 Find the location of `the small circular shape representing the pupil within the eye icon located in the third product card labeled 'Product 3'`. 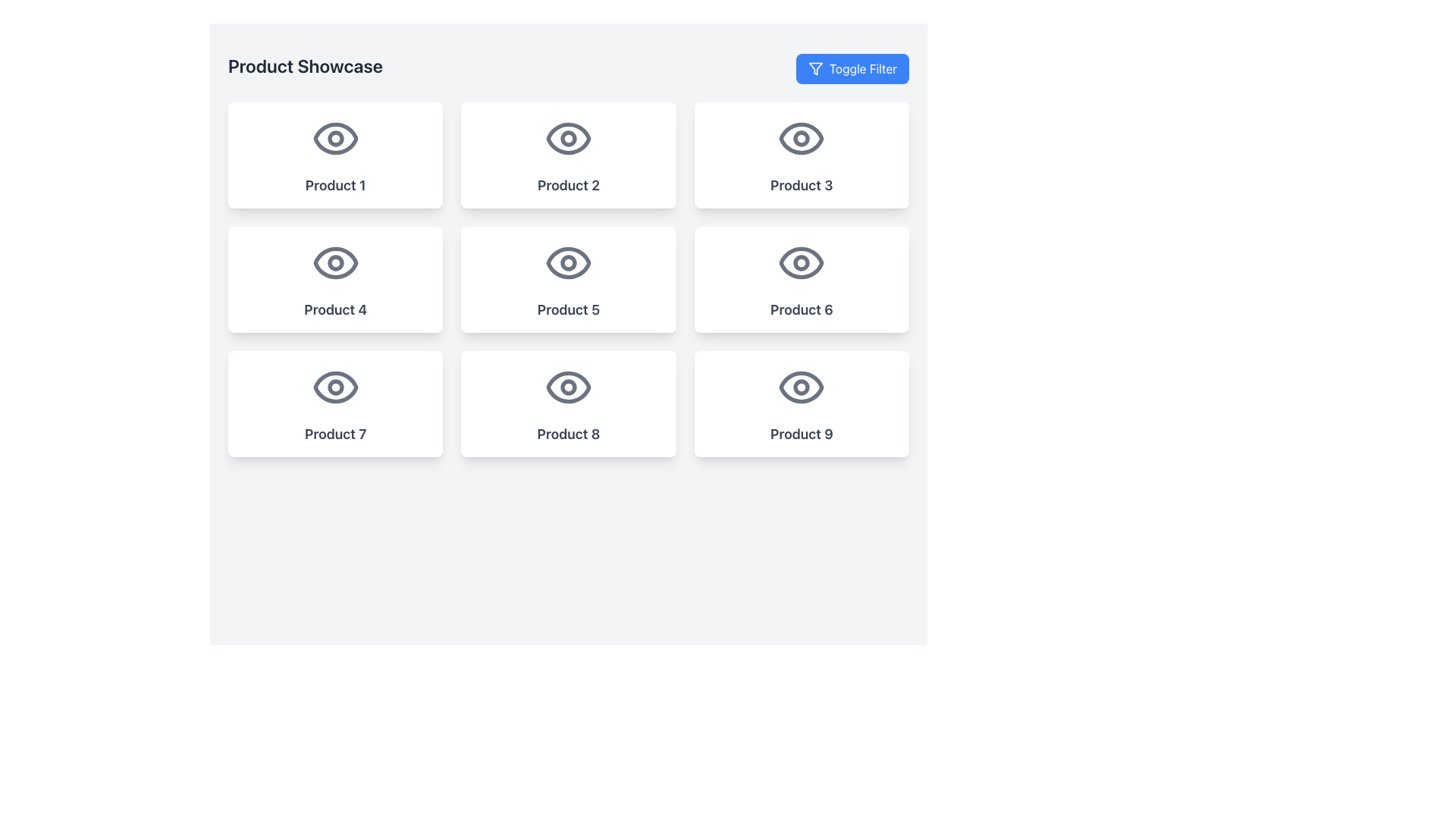

the small circular shape representing the pupil within the eye icon located in the third product card labeled 'Product 3' is located at coordinates (801, 138).